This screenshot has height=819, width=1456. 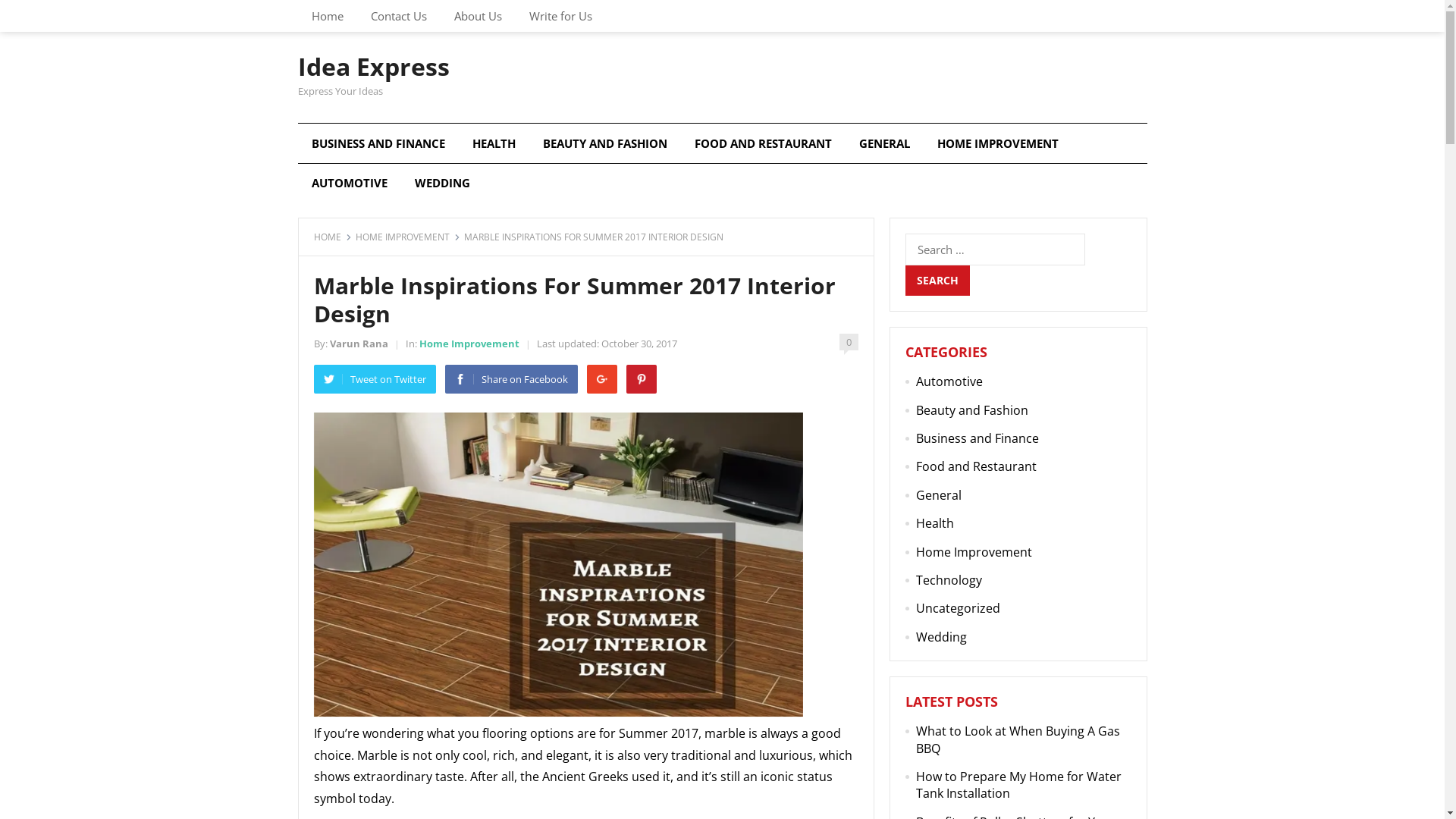 What do you see at coordinates (601, 378) in the screenshot?
I see `'Google+'` at bounding box center [601, 378].